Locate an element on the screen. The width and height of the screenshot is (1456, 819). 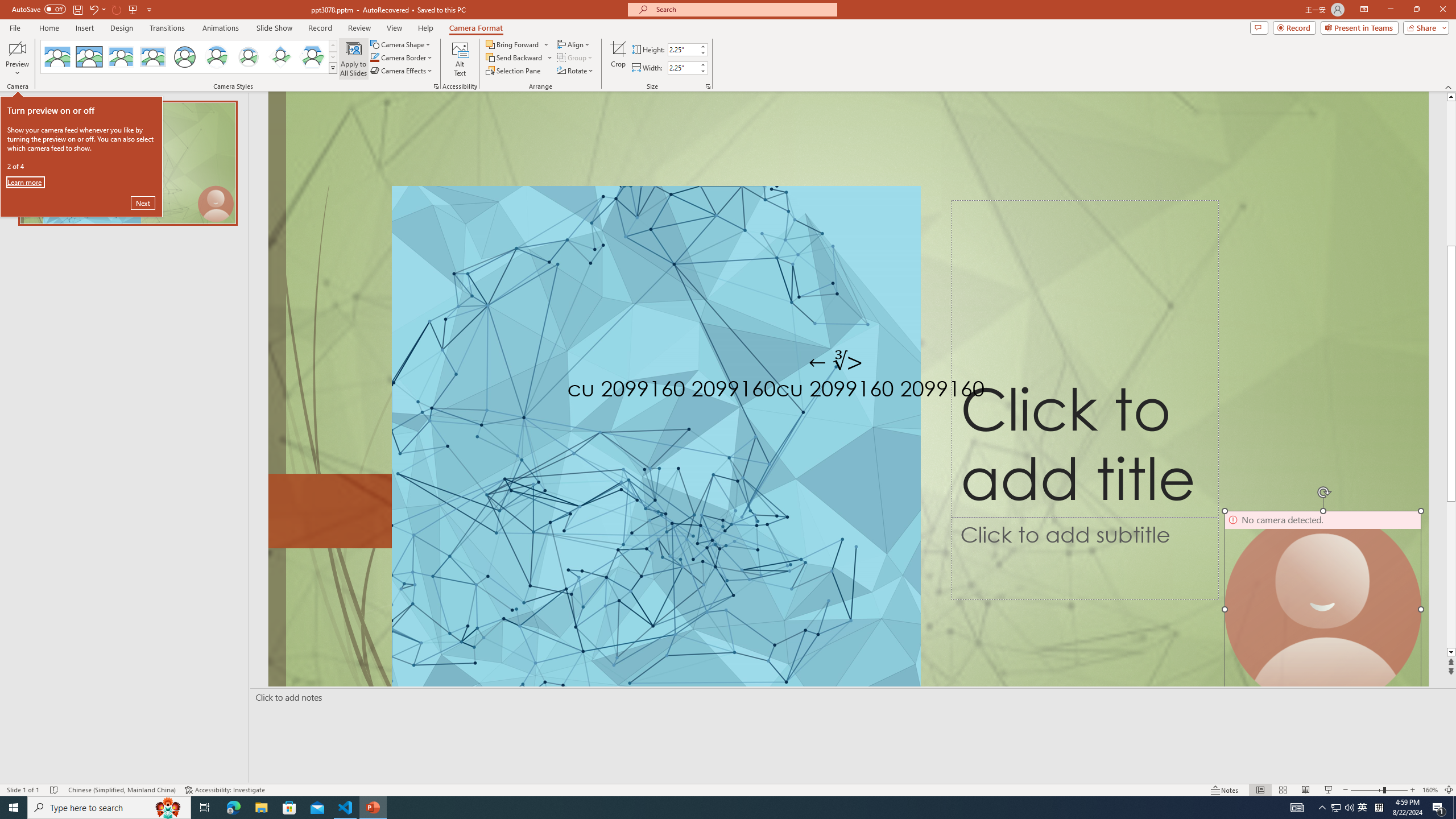
'Selection Pane...' is located at coordinates (513, 69).